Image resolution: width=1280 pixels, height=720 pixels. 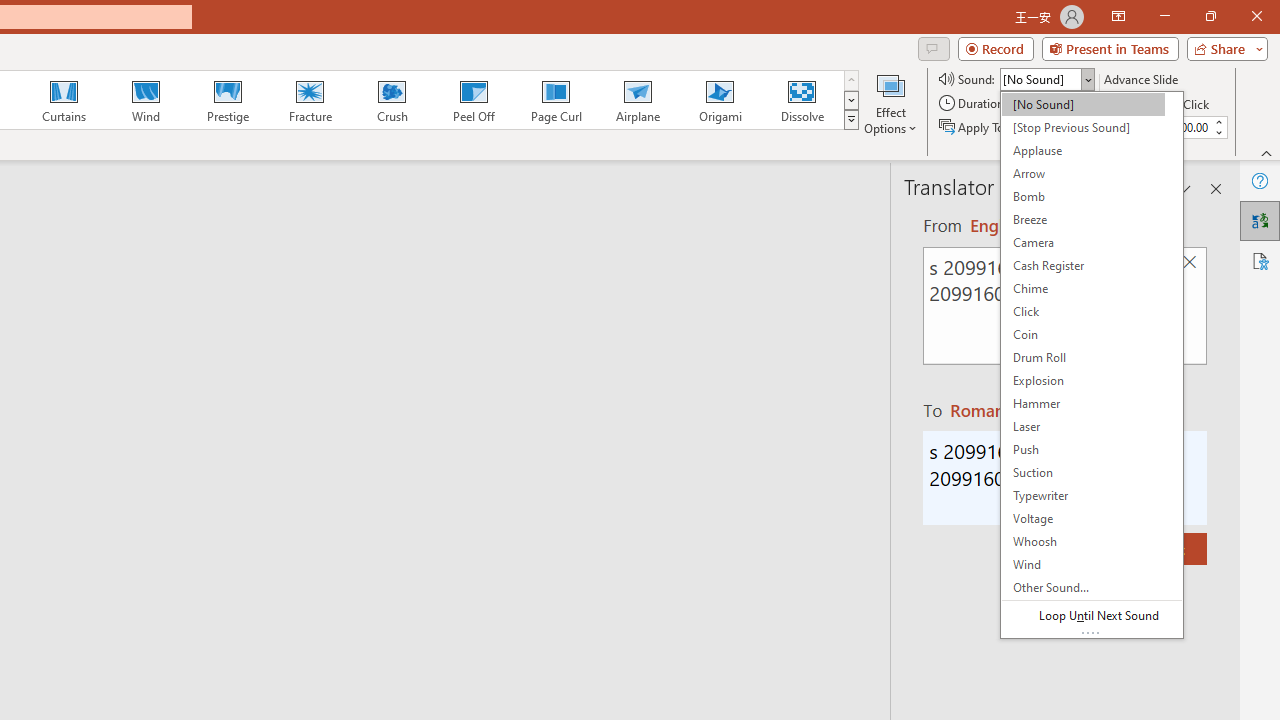 What do you see at coordinates (555, 100) in the screenshot?
I see `'Page Curl'` at bounding box center [555, 100].